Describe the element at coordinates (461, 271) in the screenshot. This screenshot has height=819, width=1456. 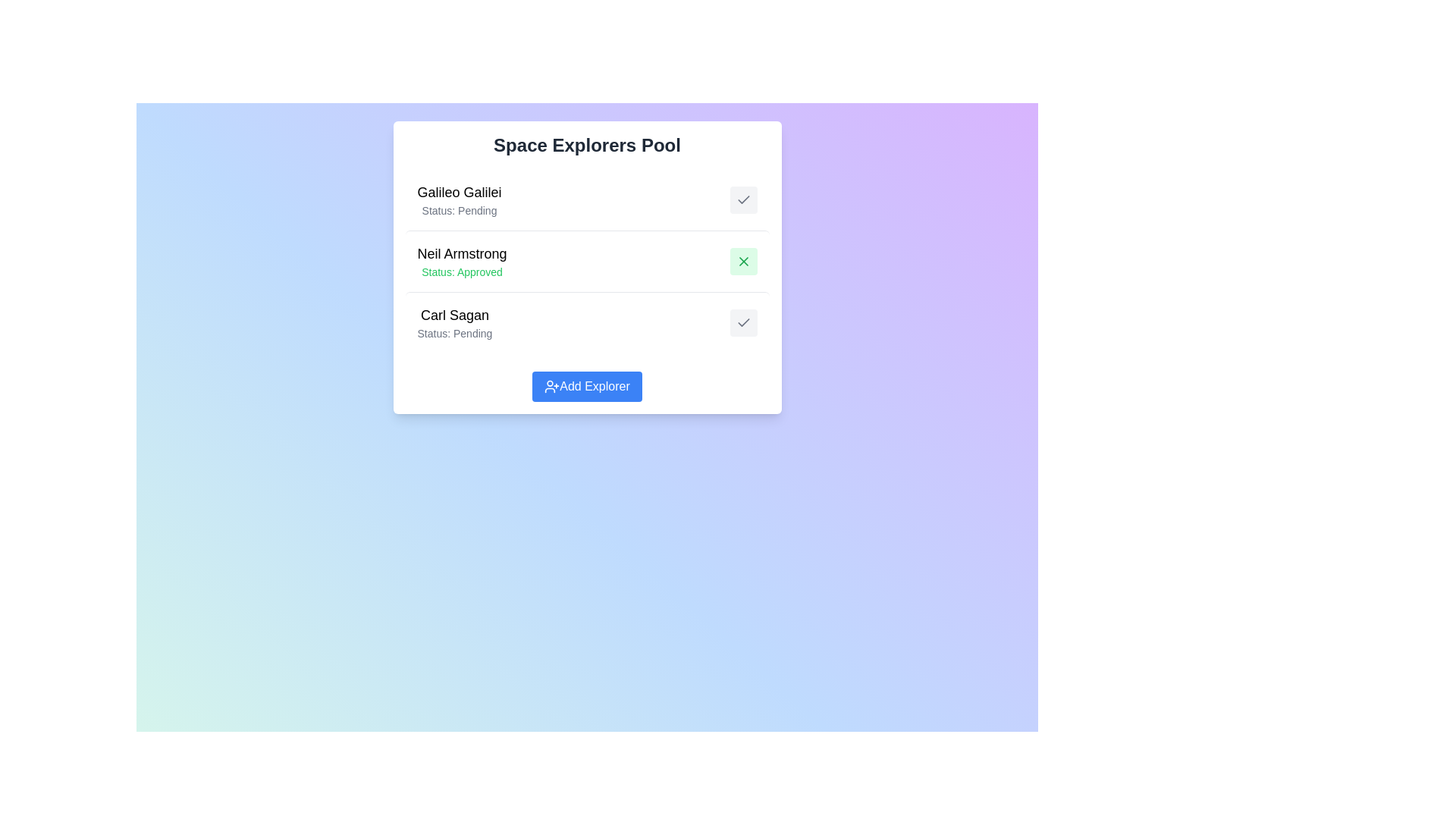
I see `the approval status text label for 'Neil Armstrong', which is positioned immediately below his name in the list entry` at that location.